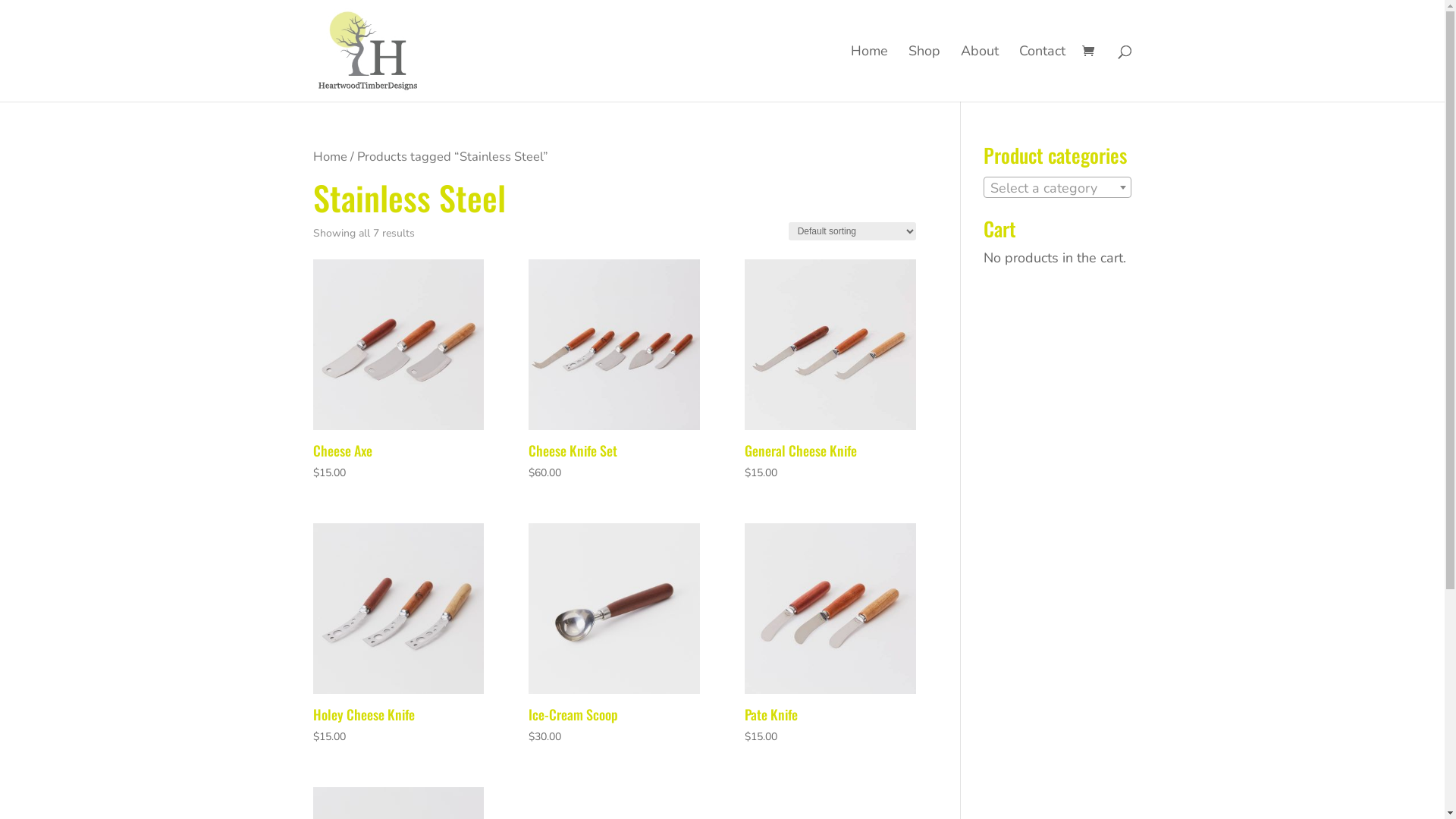 The image size is (1456, 819). I want to click on 'Cheese Knife Set, so click(613, 371).